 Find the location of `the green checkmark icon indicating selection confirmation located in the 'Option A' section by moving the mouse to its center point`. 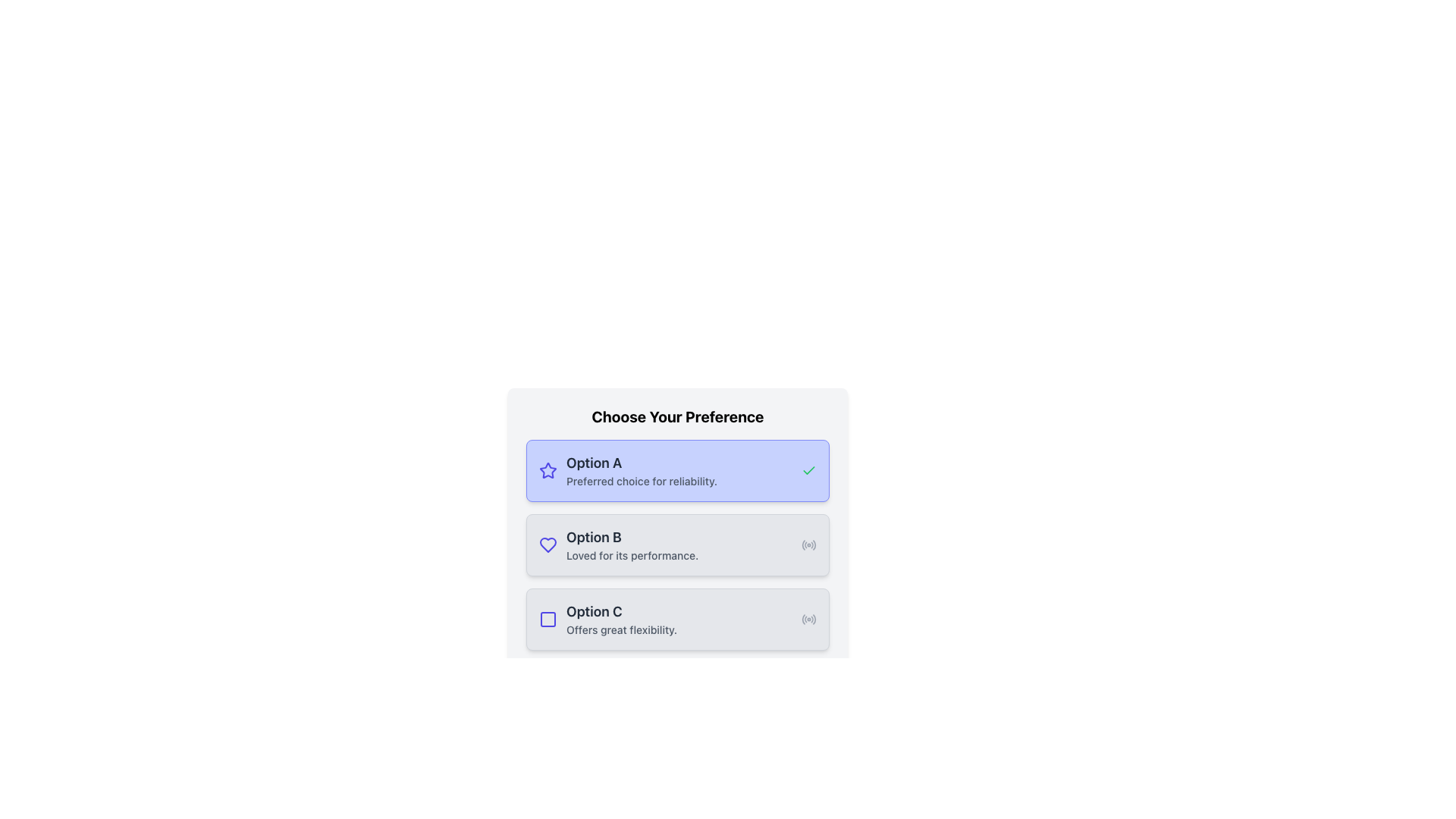

the green checkmark icon indicating selection confirmation located in the 'Option A' section by moving the mouse to its center point is located at coordinates (808, 470).